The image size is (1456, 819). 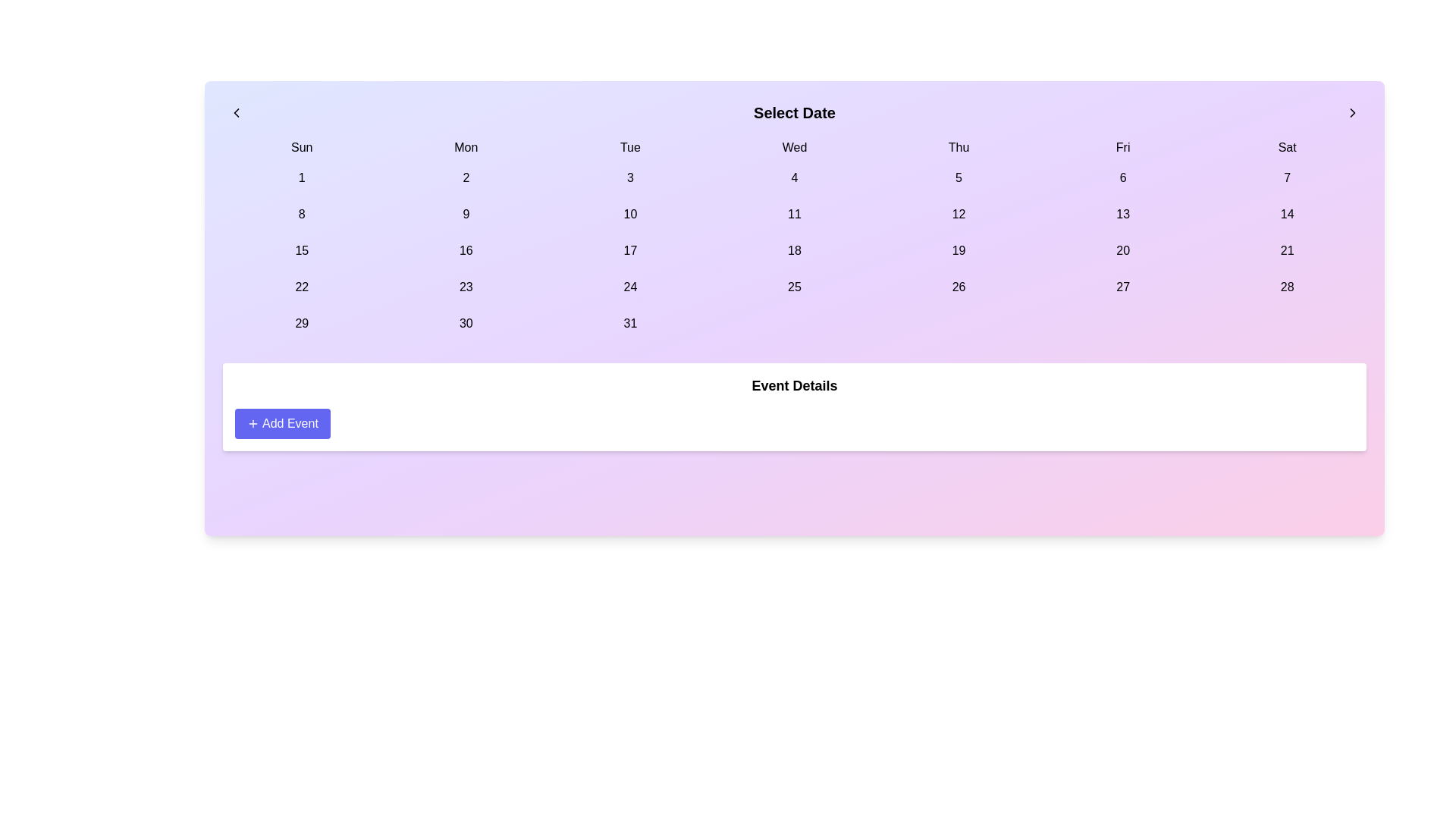 What do you see at coordinates (630, 177) in the screenshot?
I see `the calendar cell representing the third day of the month, located in the third column under 'Tue'` at bounding box center [630, 177].